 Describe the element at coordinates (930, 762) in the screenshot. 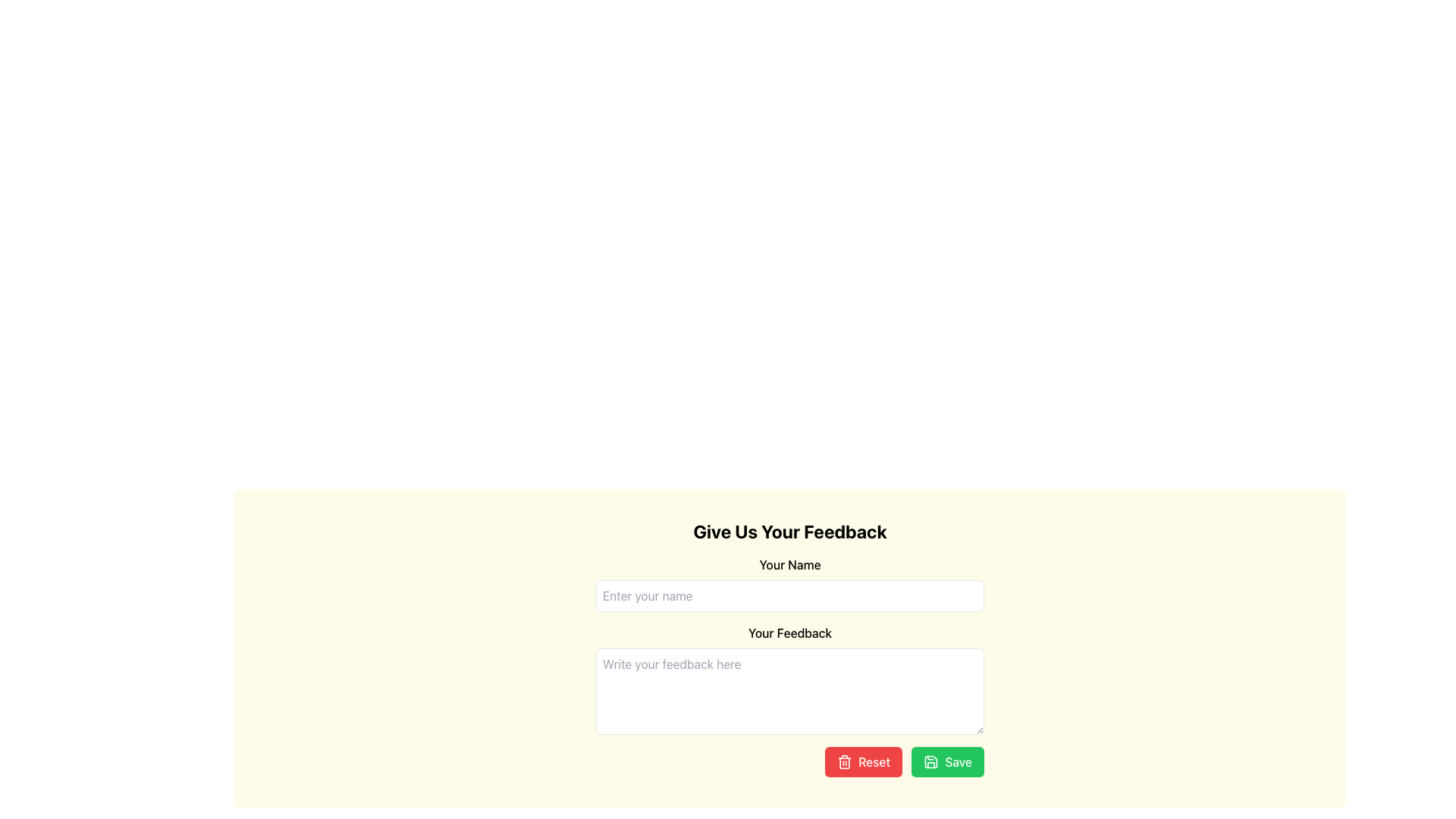

I see `the save icon located within the green 'Save' button at the bottom-right corner of the feedback form interface` at that location.